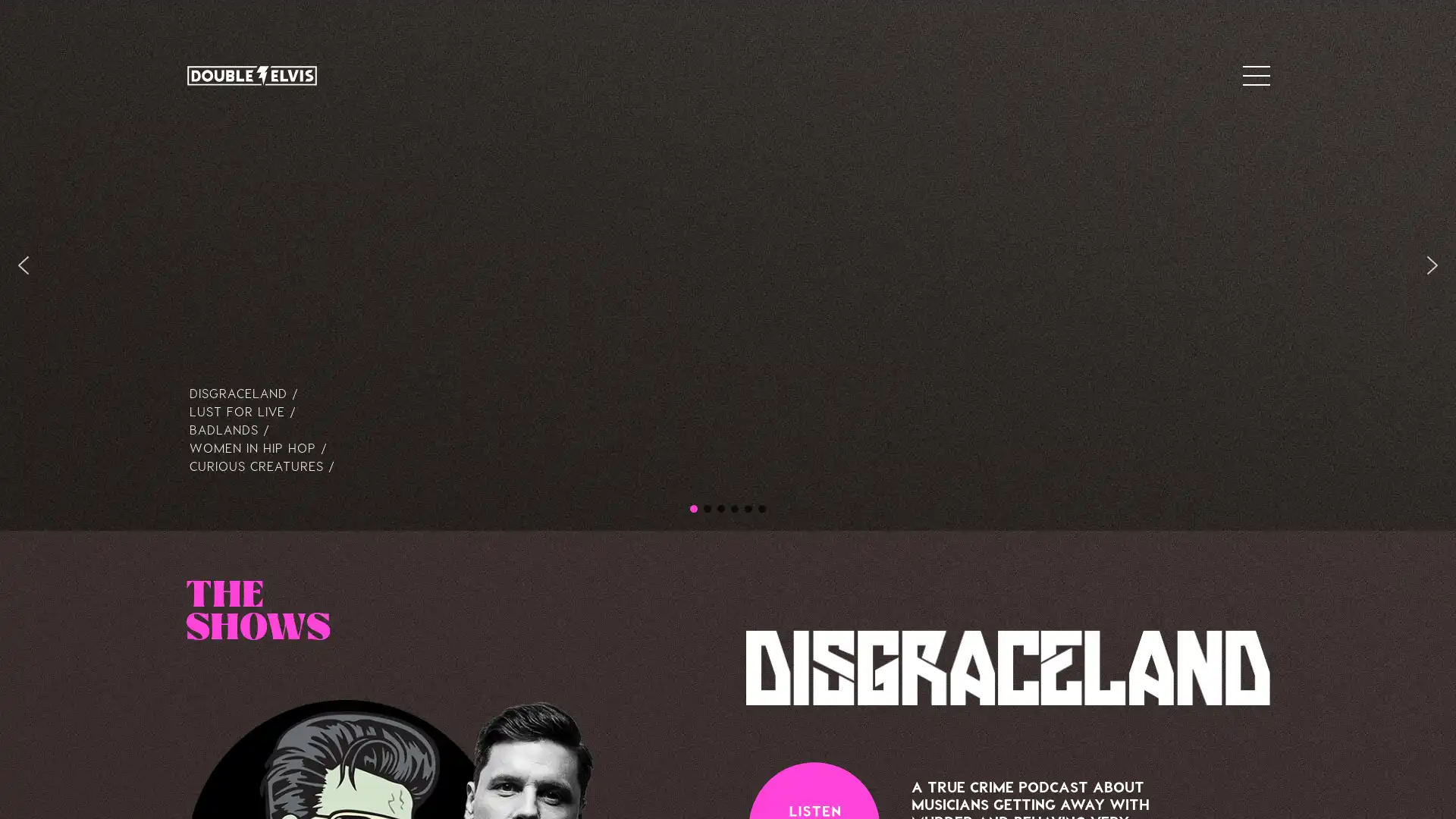  I want to click on Badlands hero, so click(735, 509).